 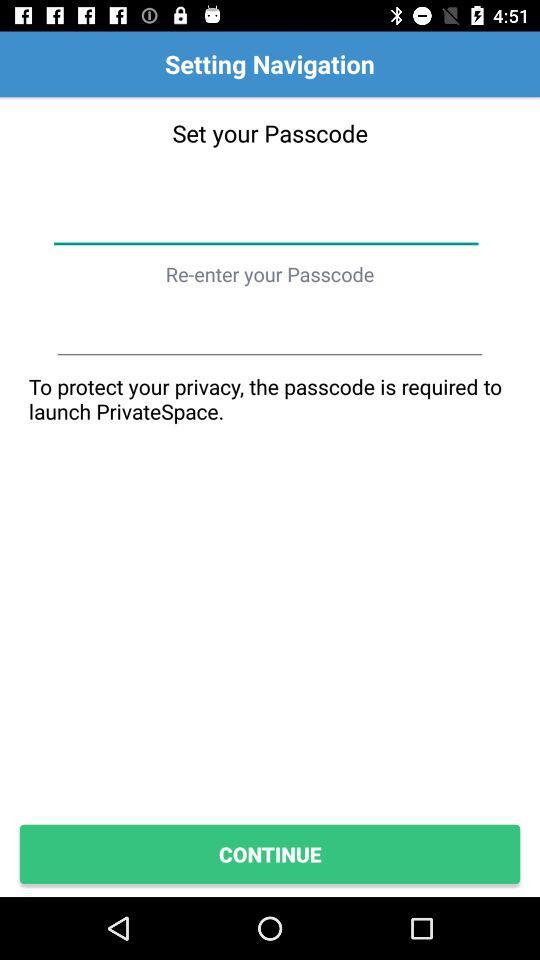 What do you see at coordinates (270, 853) in the screenshot?
I see `the continue` at bounding box center [270, 853].